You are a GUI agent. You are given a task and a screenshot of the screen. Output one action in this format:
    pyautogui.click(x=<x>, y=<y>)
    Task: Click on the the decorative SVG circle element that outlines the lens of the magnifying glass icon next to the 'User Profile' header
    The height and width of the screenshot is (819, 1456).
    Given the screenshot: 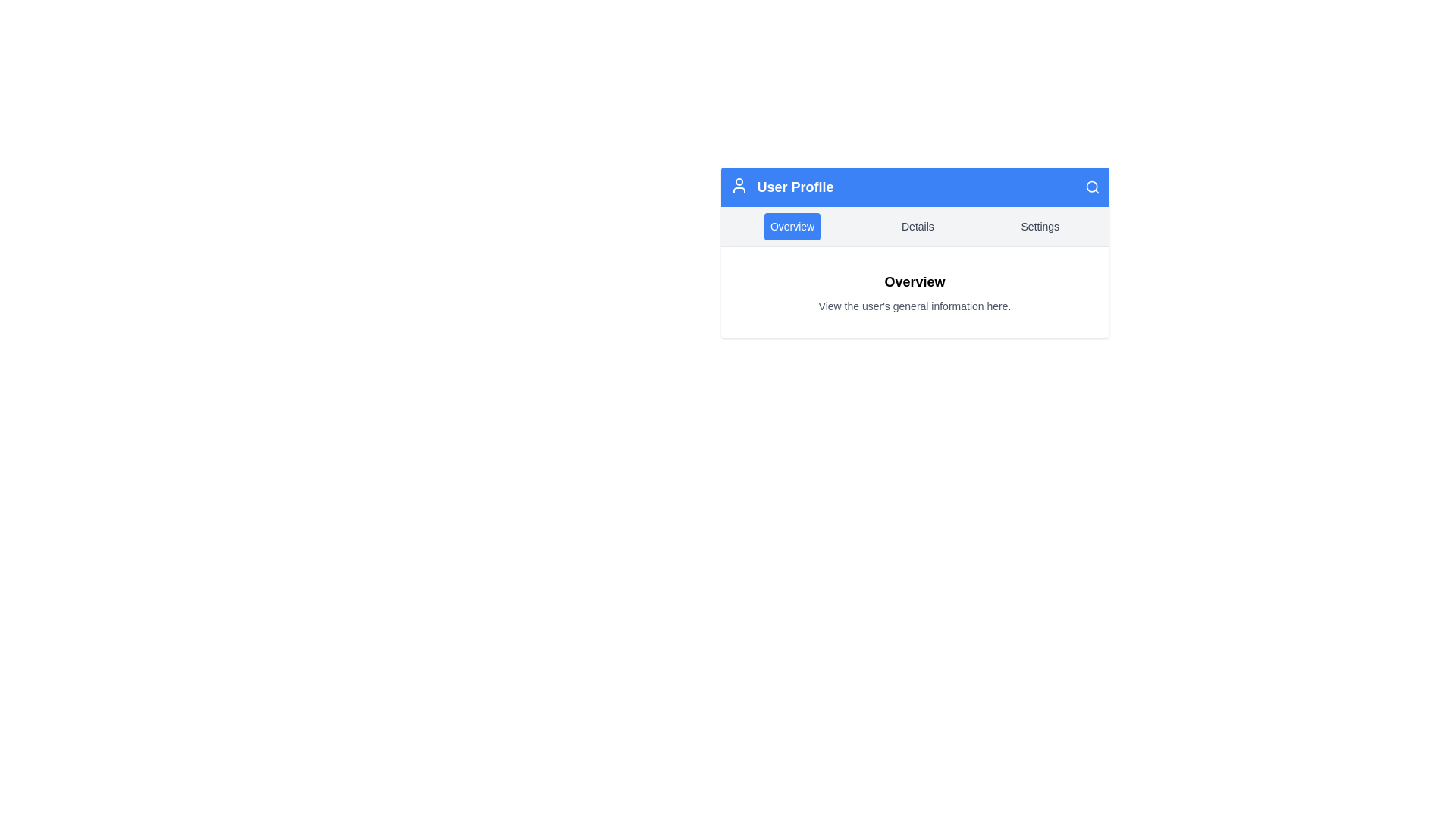 What is the action you would take?
    pyautogui.click(x=1090, y=186)
    